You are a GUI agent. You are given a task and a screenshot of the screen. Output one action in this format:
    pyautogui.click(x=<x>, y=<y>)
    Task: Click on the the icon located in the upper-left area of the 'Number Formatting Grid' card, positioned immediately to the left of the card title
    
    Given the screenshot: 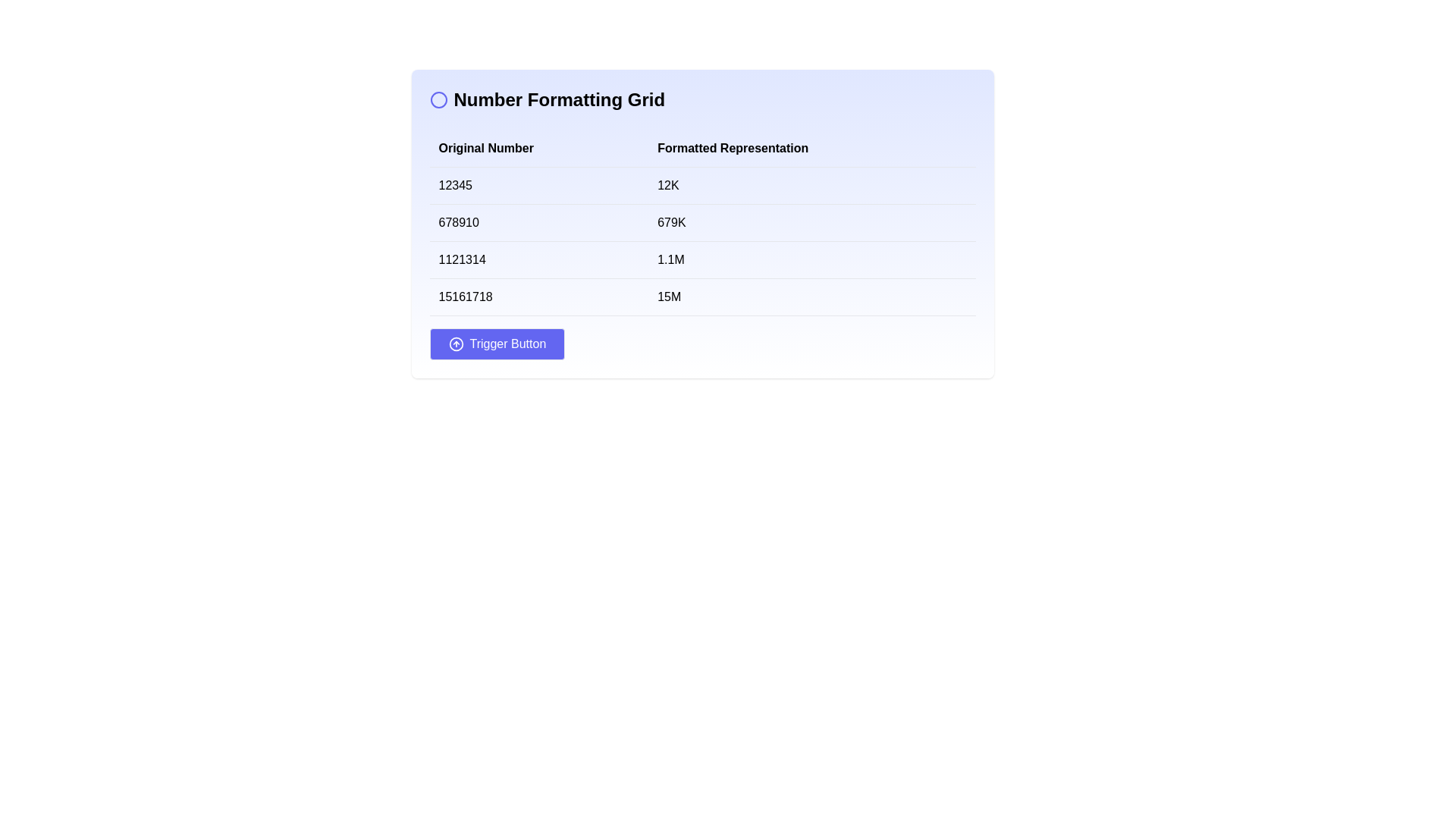 What is the action you would take?
    pyautogui.click(x=438, y=99)
    